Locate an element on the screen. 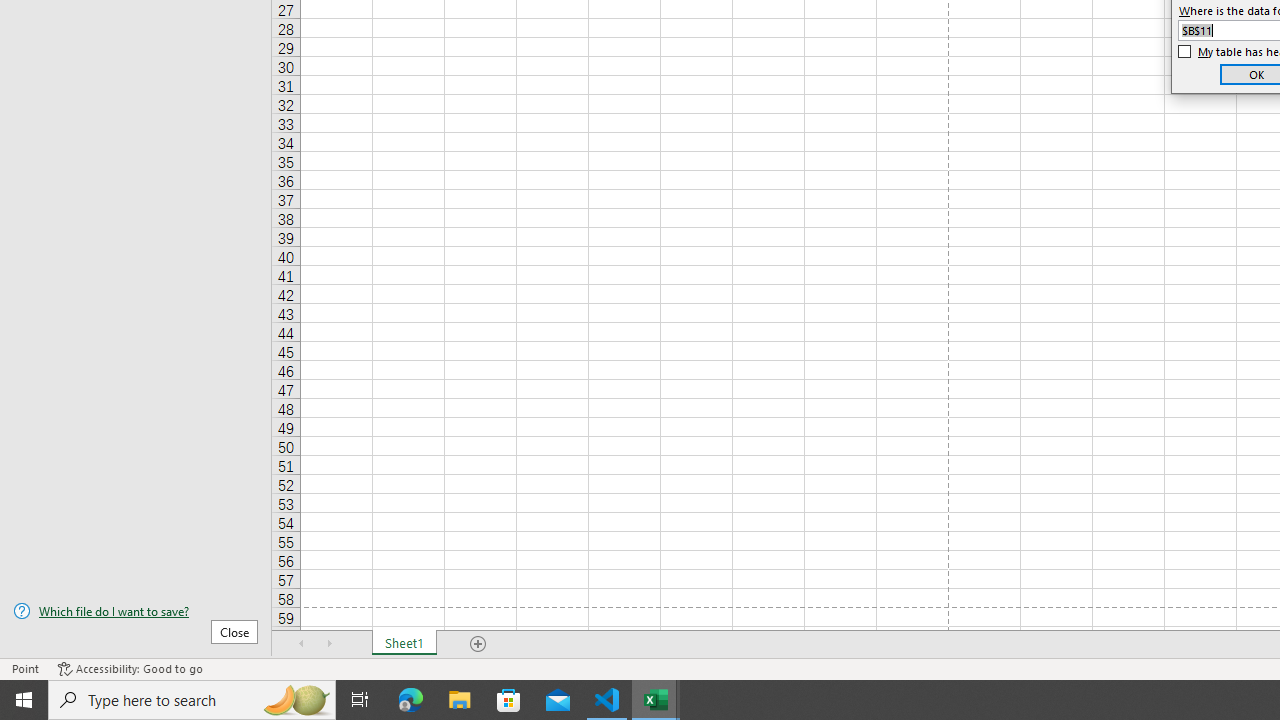  'Start' is located at coordinates (24, 698).